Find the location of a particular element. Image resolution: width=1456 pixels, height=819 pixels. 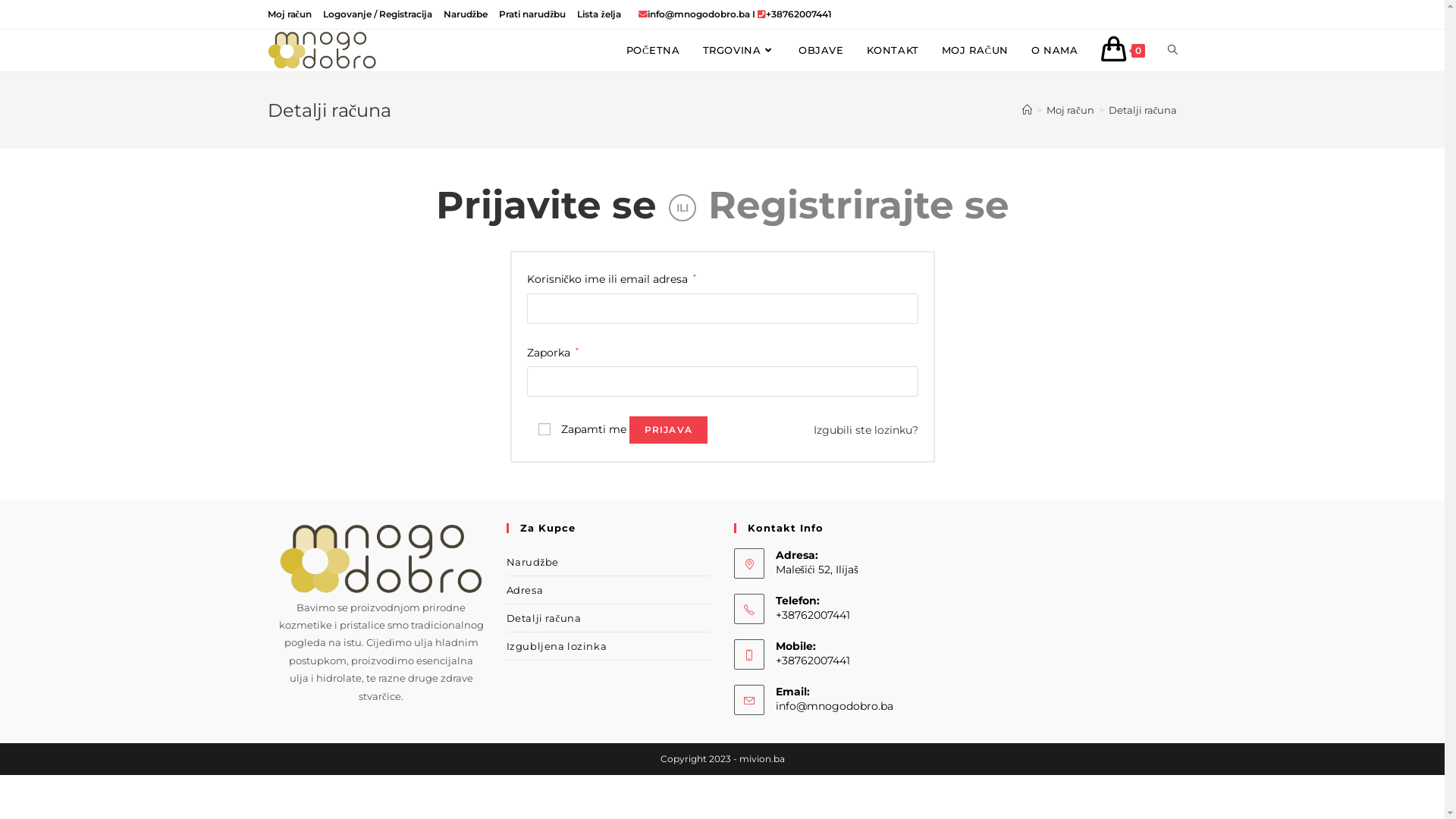

'+38762007441' is located at coordinates (798, 14).